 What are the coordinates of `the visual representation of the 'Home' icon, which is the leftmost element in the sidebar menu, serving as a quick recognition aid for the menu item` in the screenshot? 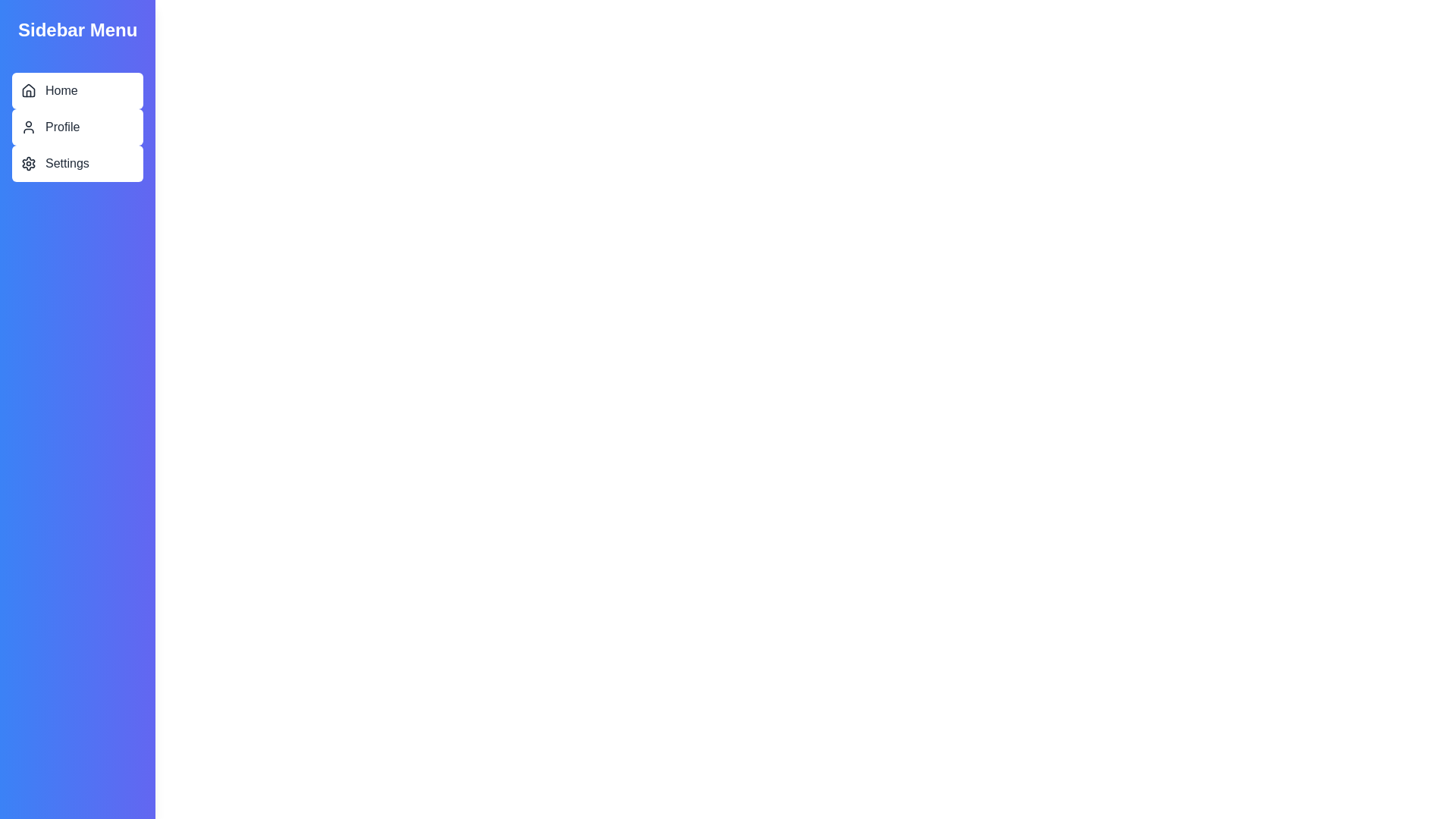 It's located at (29, 90).